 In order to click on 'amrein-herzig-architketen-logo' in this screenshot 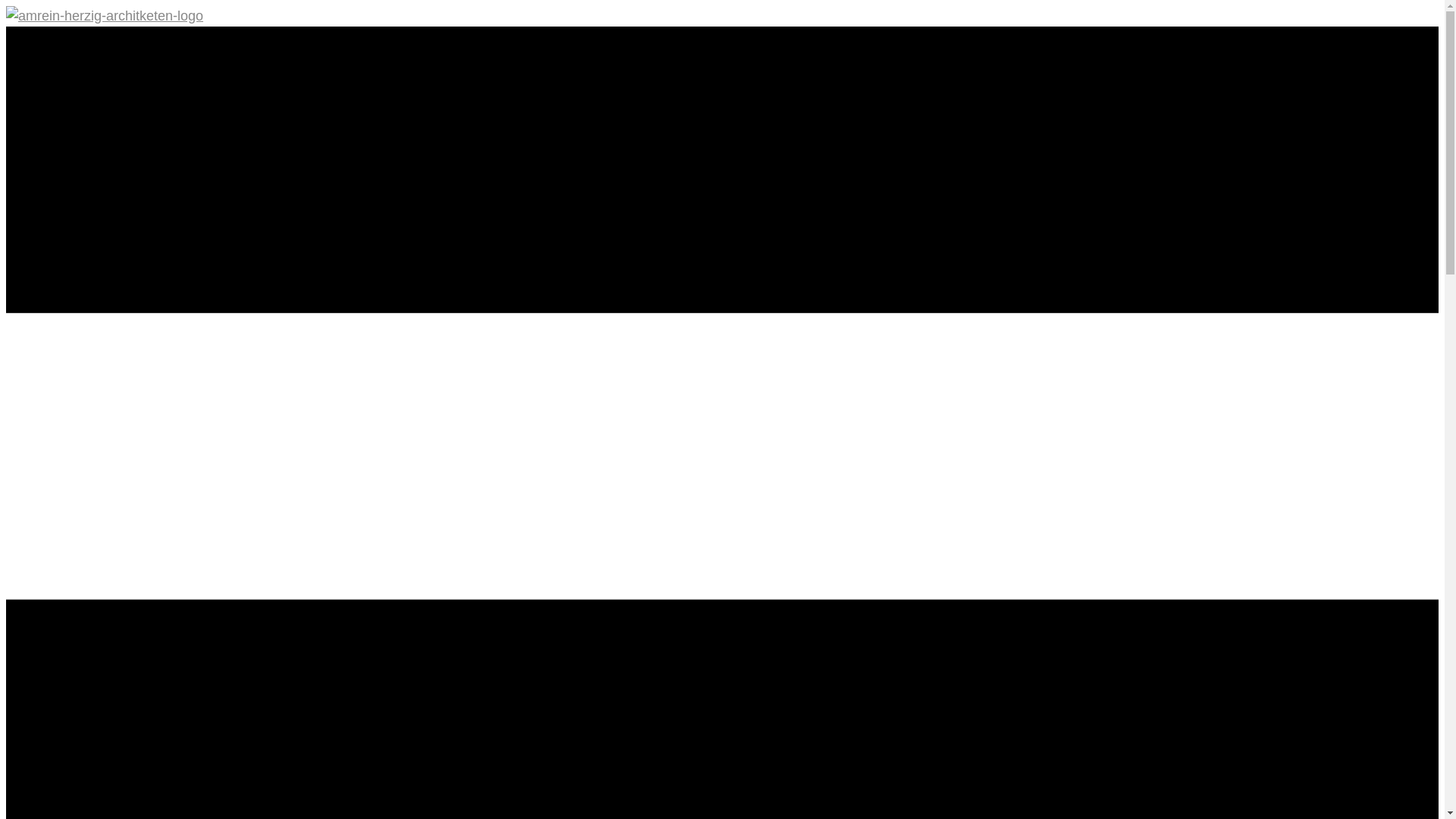, I will do `click(104, 16)`.